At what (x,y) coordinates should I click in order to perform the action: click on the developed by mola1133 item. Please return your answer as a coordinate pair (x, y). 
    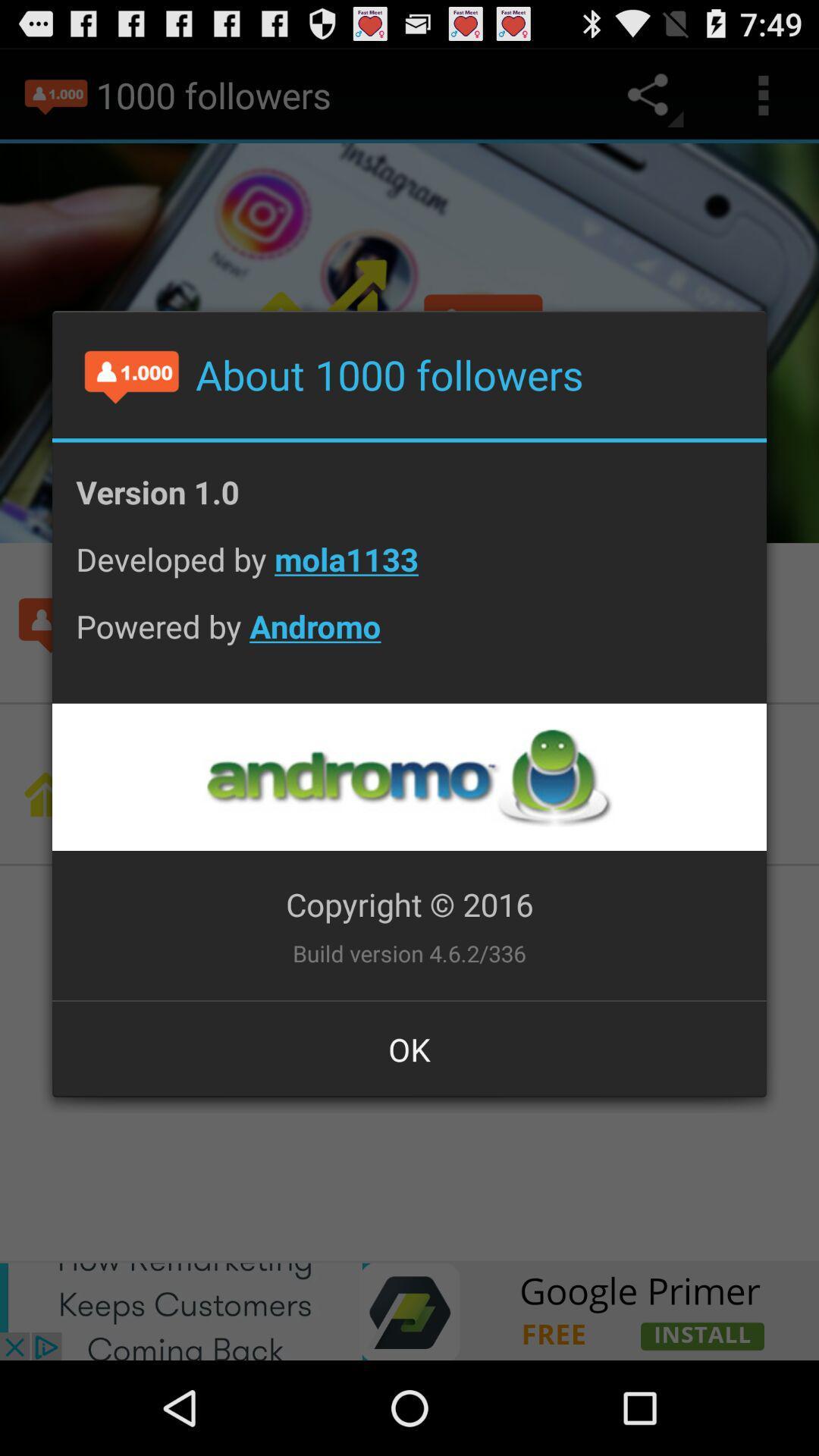
    Looking at the image, I should click on (409, 570).